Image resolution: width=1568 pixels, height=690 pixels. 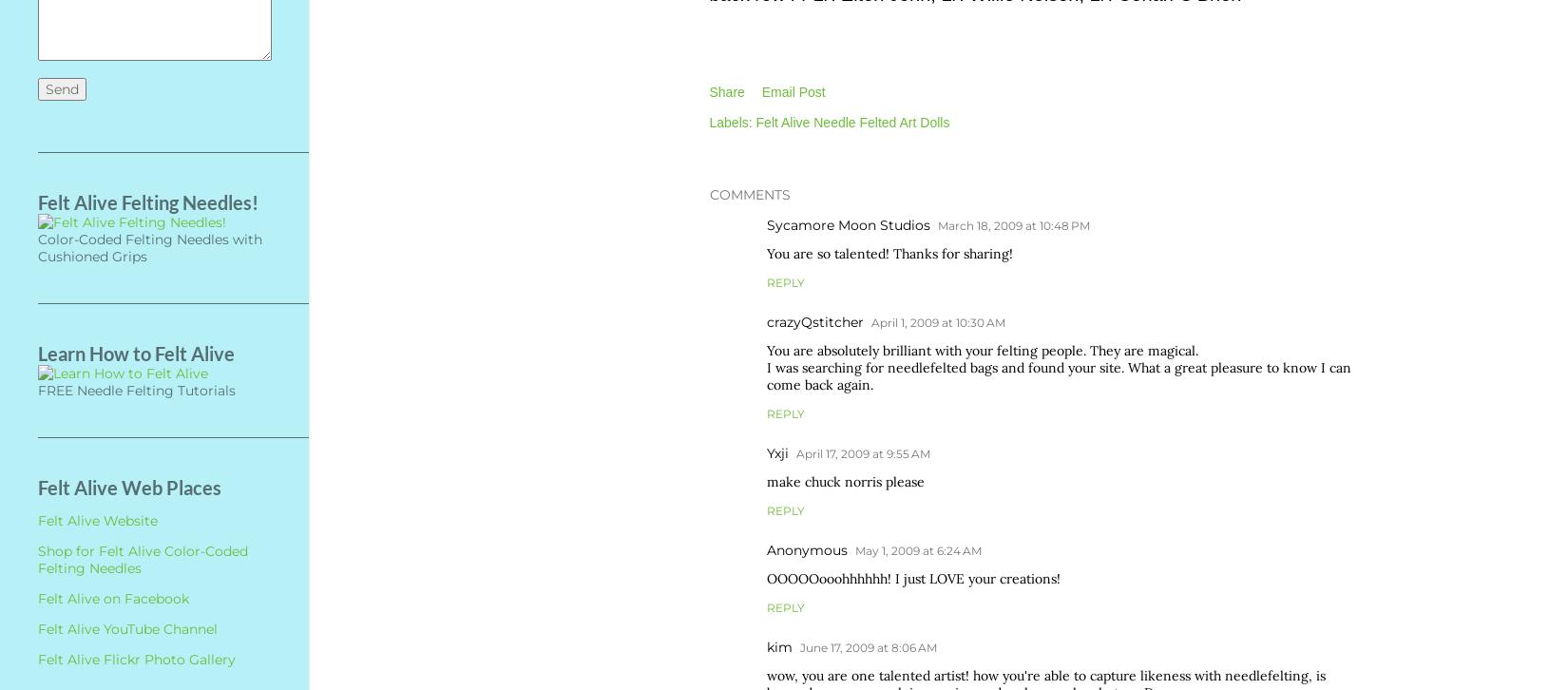 What do you see at coordinates (137, 658) in the screenshot?
I see `'Felt Alive Flickr Photo Gallery'` at bounding box center [137, 658].